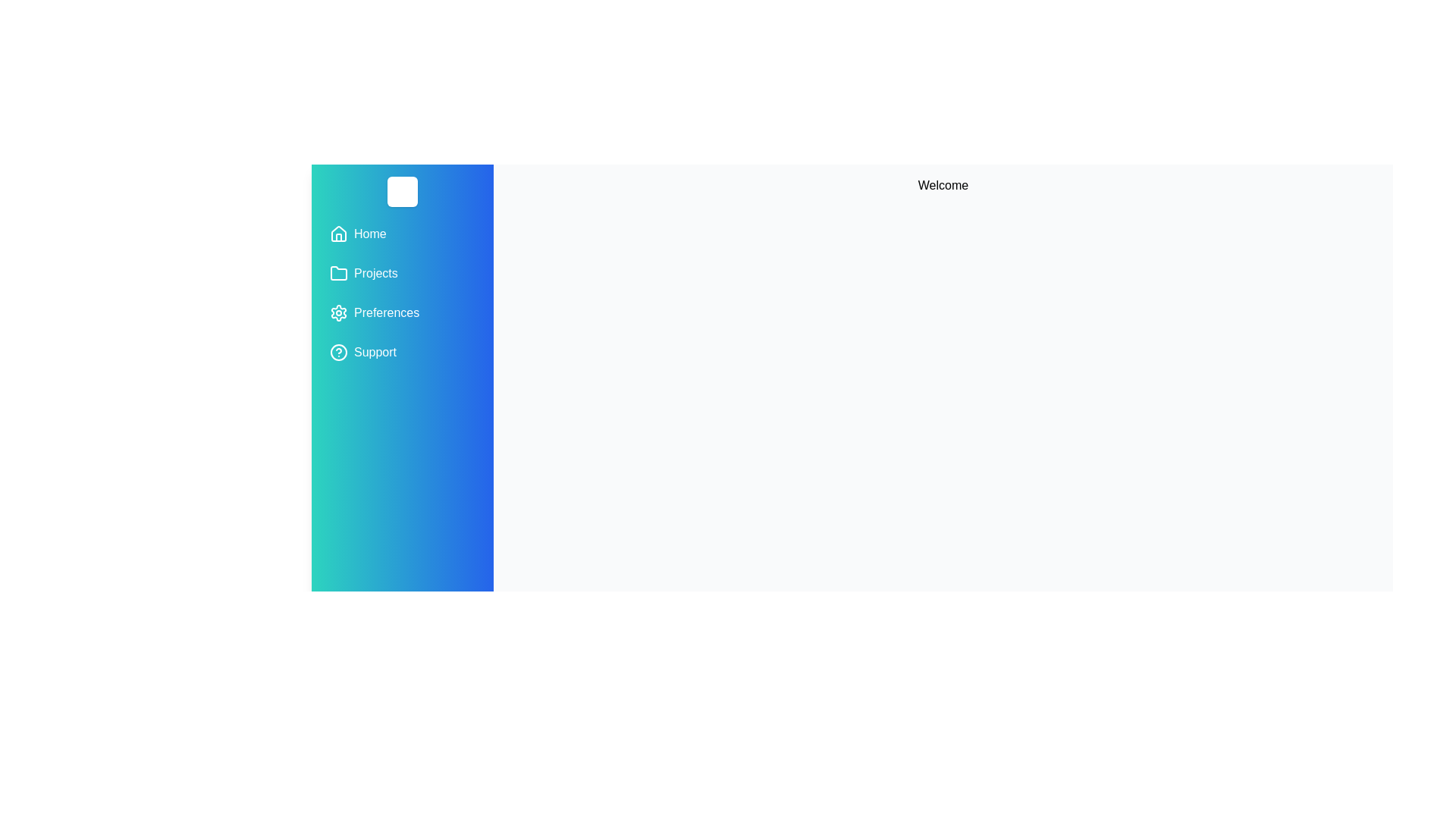 Image resolution: width=1456 pixels, height=819 pixels. Describe the element at coordinates (403, 353) in the screenshot. I see `the menu item Support` at that location.